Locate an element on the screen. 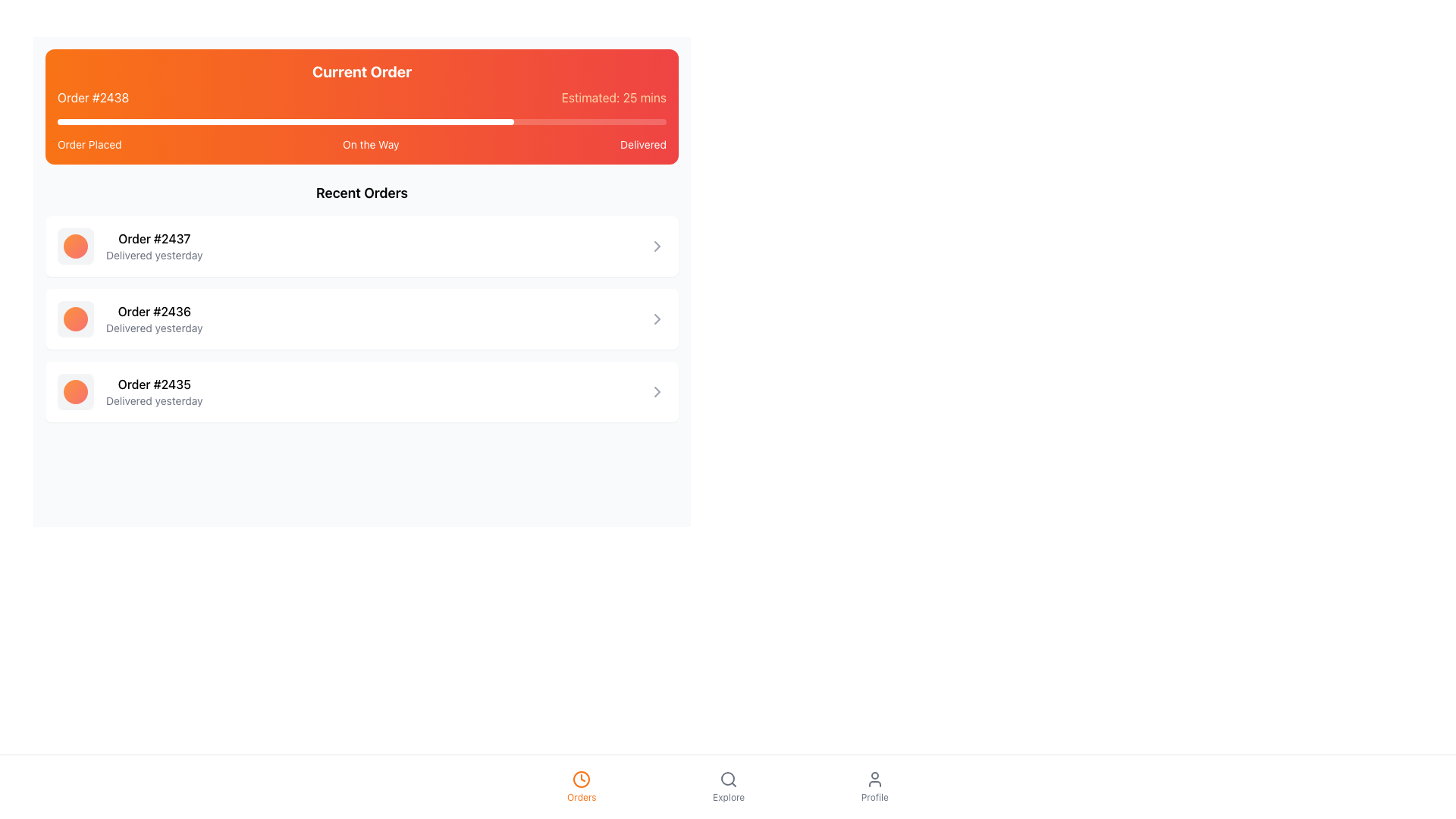 The width and height of the screenshot is (1456, 819). the 'Orders' button located in the bottom menu bar, which features an orange clock icon and the label 'Orders' in small orange text is located at coordinates (581, 786).